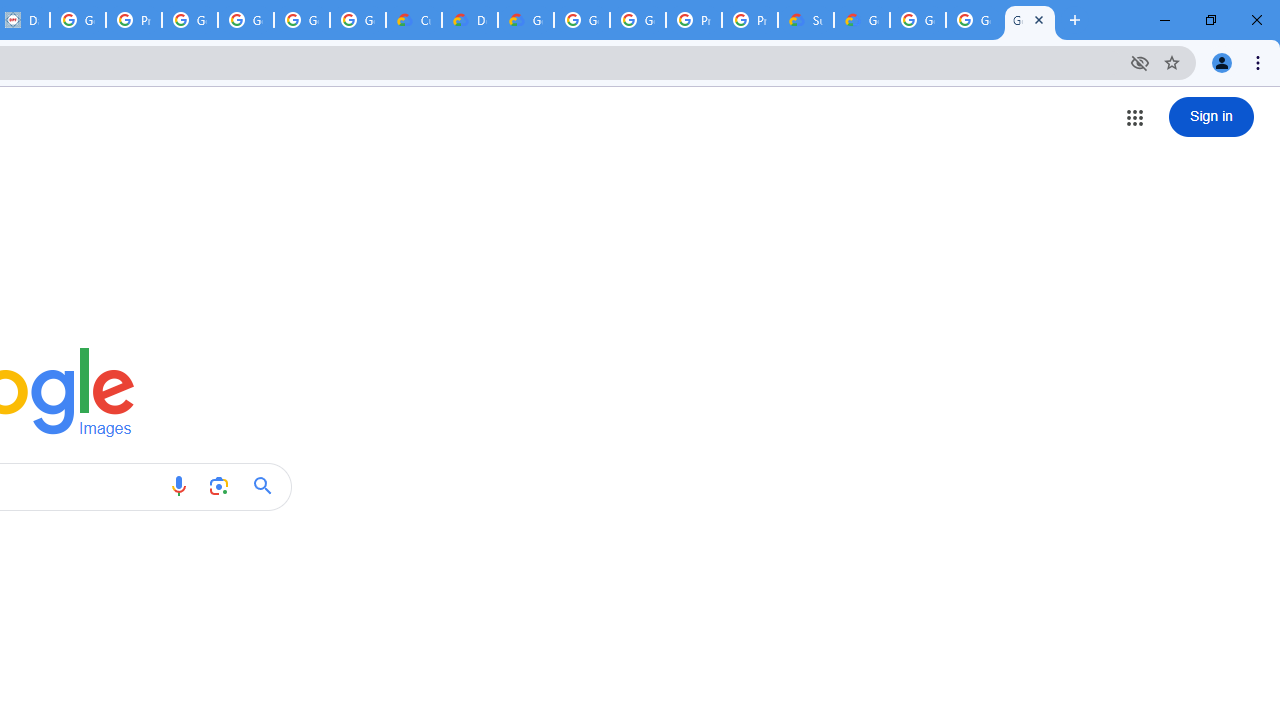 This screenshot has width=1280, height=720. What do you see at coordinates (862, 20) in the screenshot?
I see `'Google Cloud Service Health'` at bounding box center [862, 20].